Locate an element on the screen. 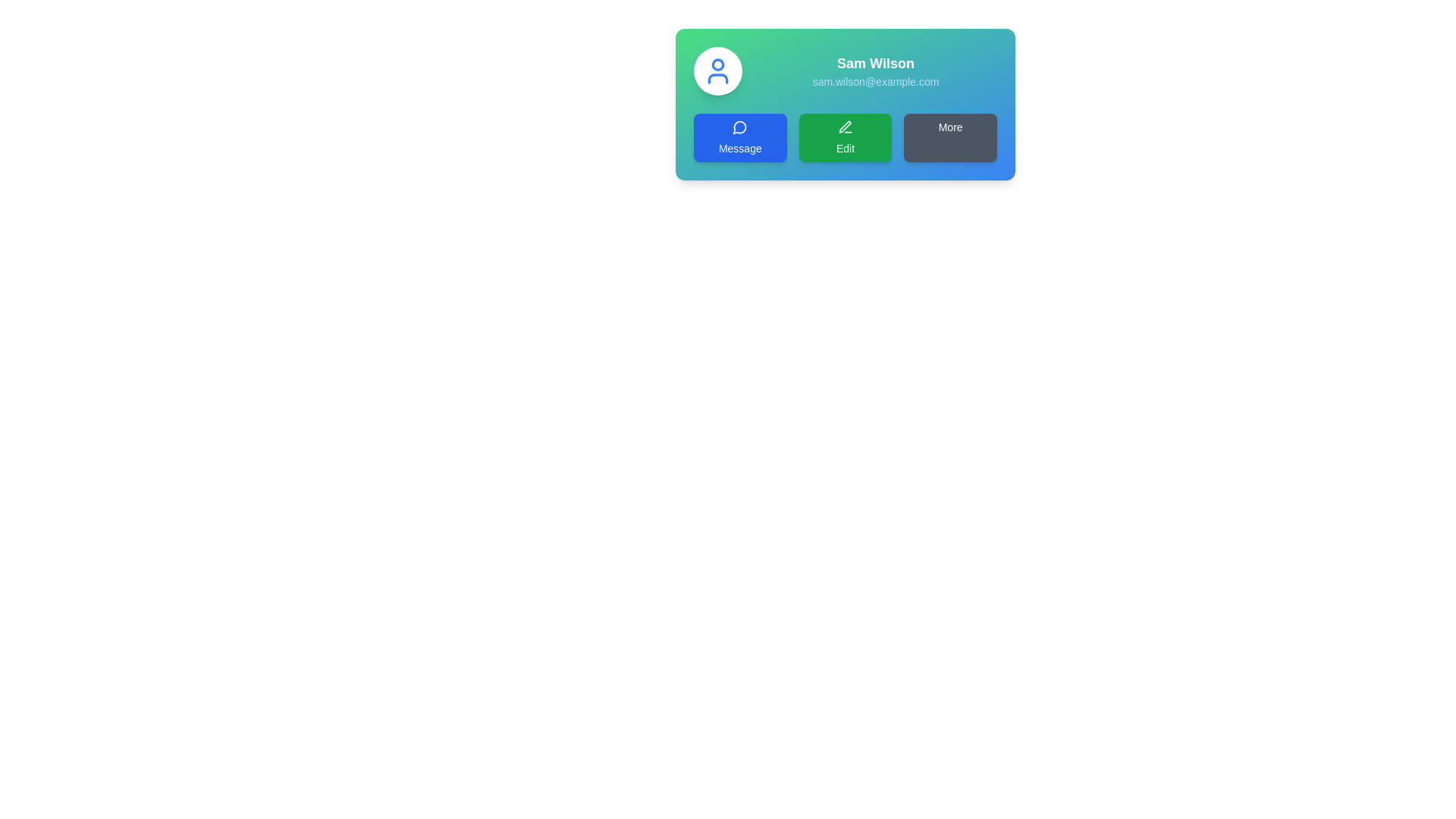 This screenshot has width=1456, height=819. the 'Message' button with a blue background and a chat bubble icon for accessibility navigation is located at coordinates (740, 137).